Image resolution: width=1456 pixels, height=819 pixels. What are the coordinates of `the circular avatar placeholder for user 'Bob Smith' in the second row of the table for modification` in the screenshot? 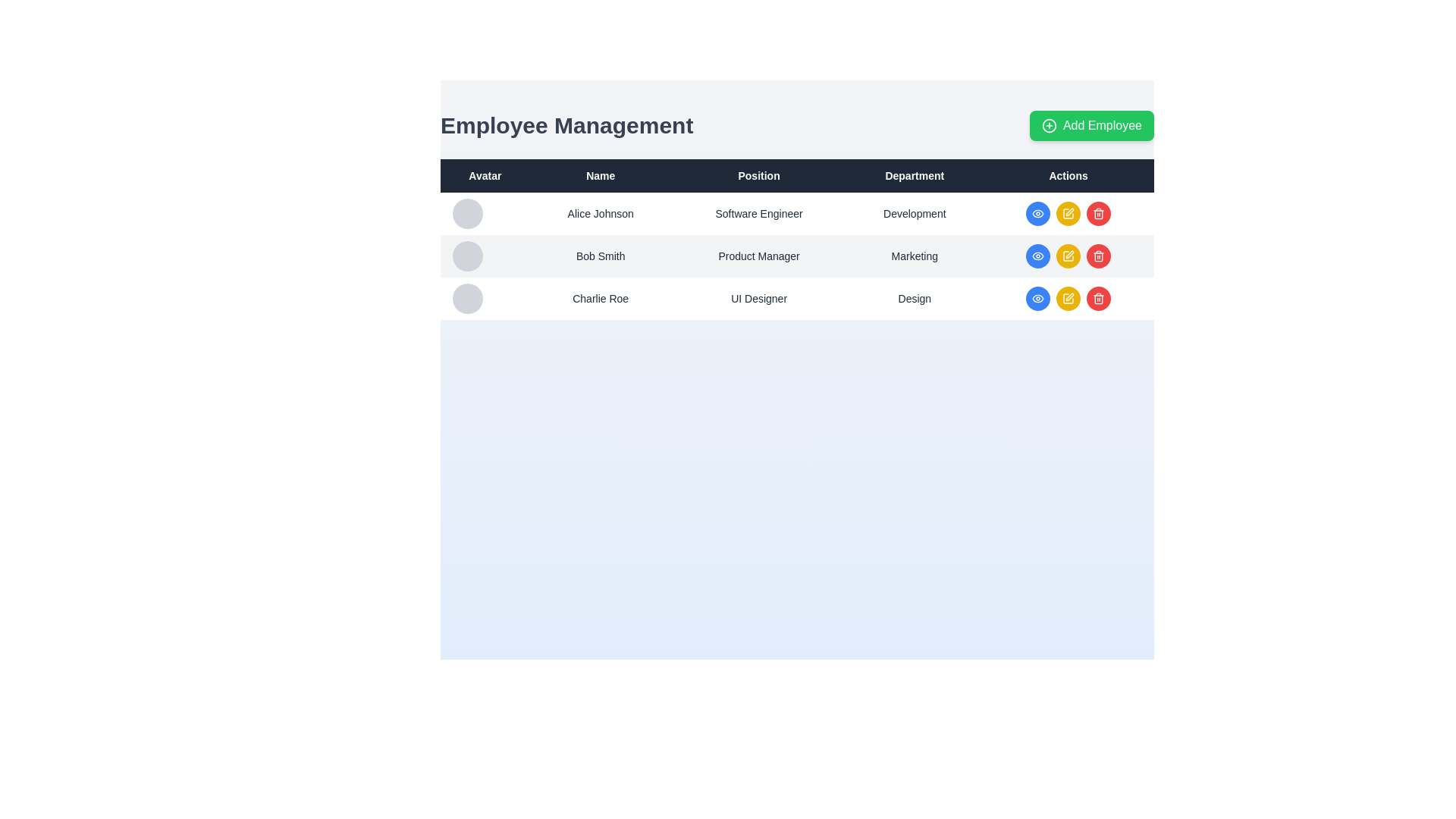 It's located at (484, 256).